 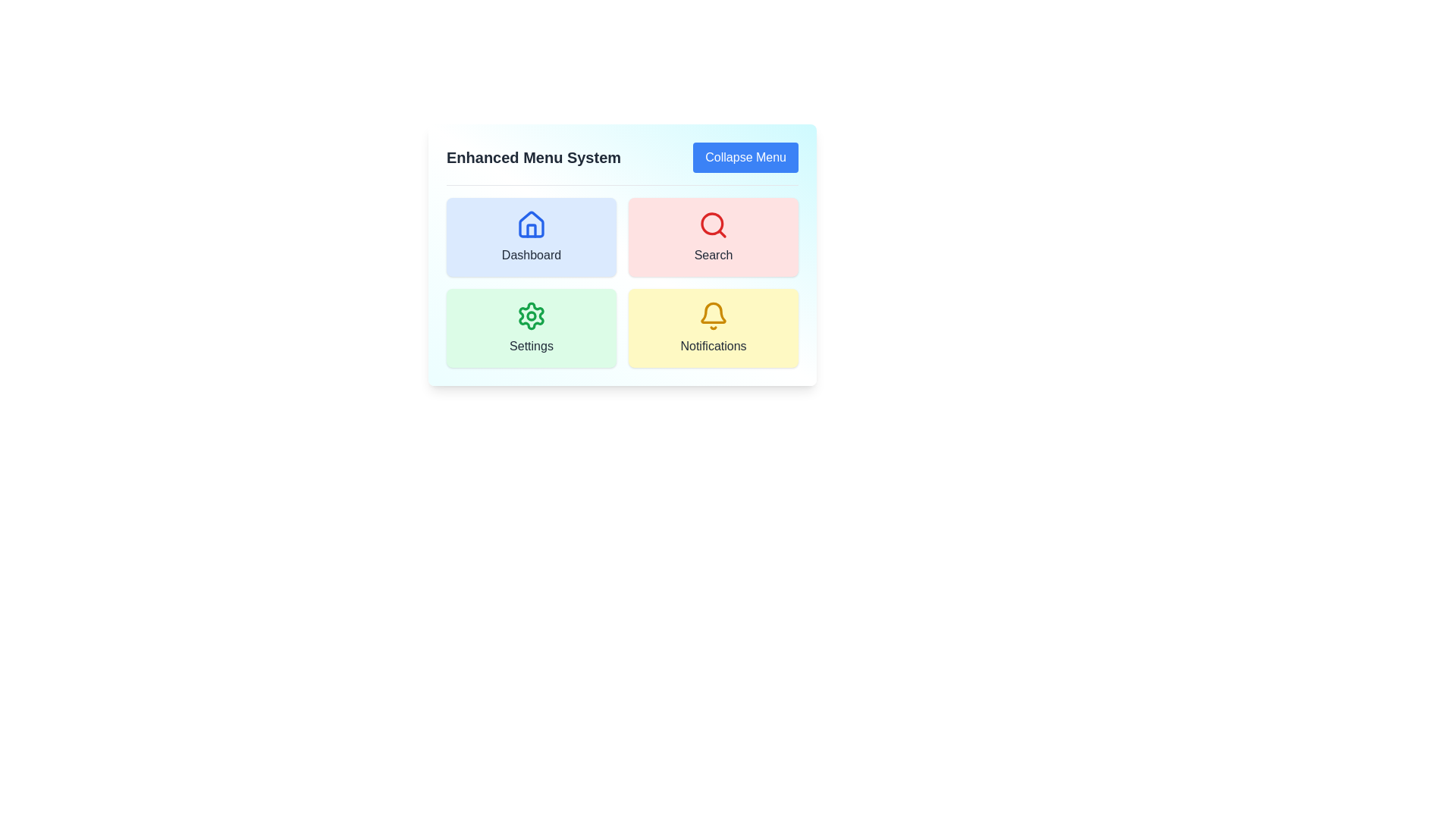 What do you see at coordinates (531, 224) in the screenshot?
I see `the 'Dashboard' icon located within the blue button in the upper-left quadrant of the navigation grid` at bounding box center [531, 224].